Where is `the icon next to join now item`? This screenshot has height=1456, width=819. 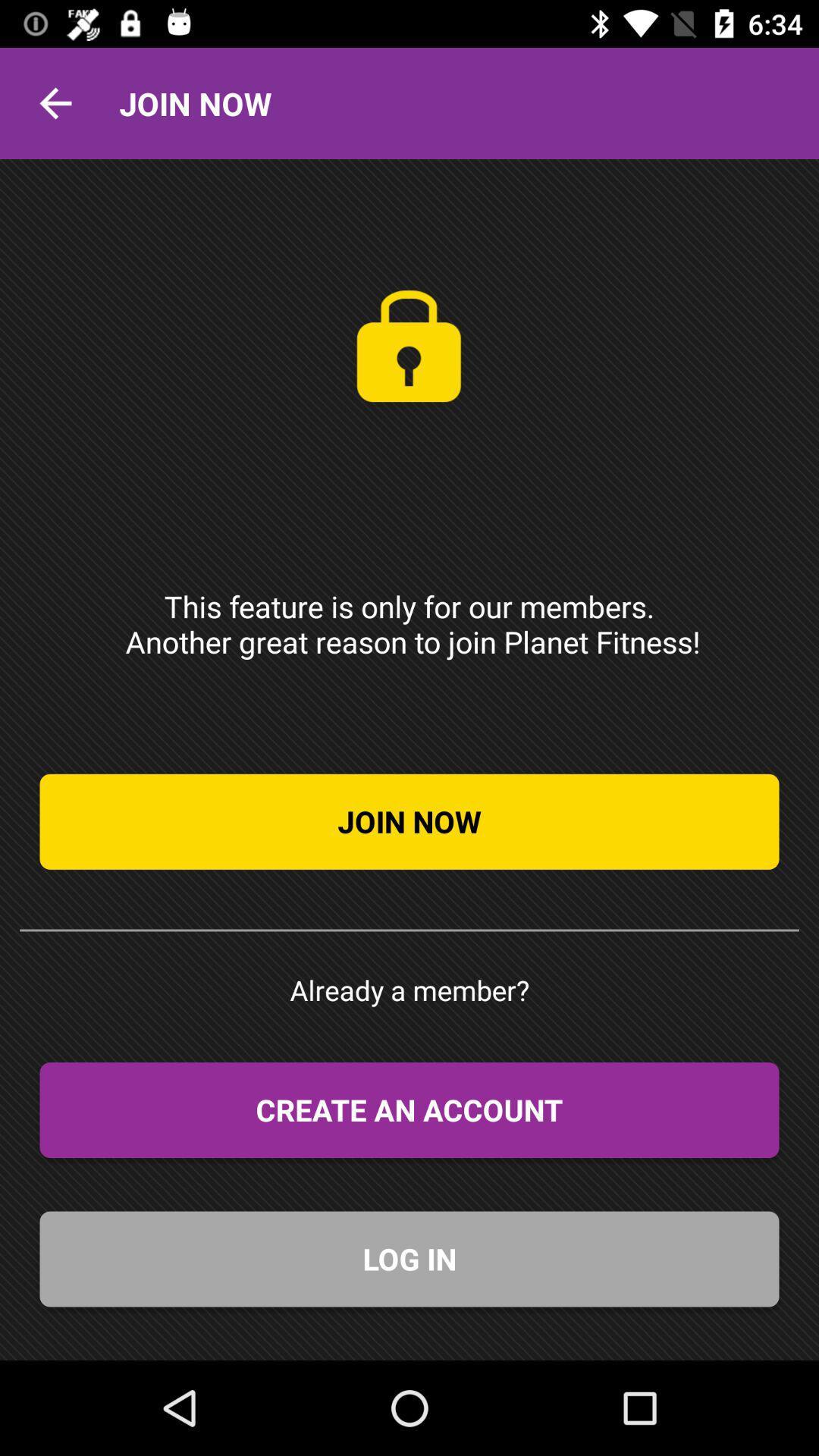
the icon next to join now item is located at coordinates (55, 102).